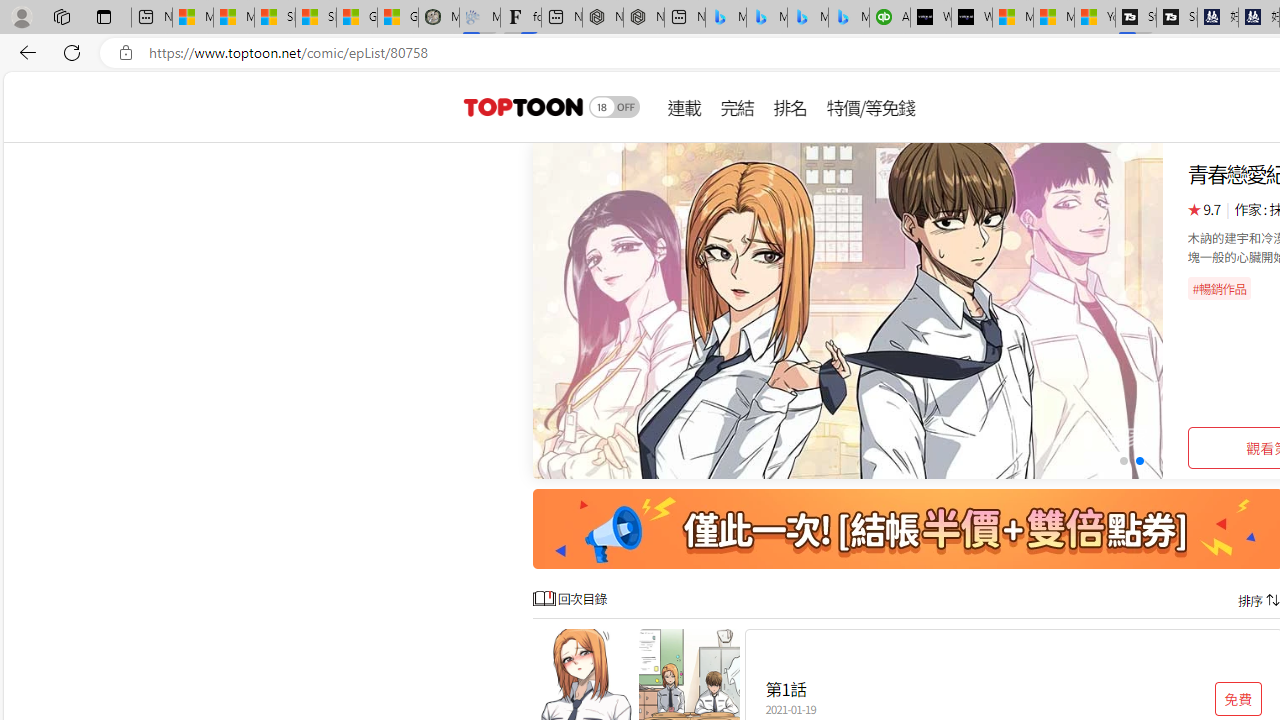 The image size is (1280, 720). I want to click on 'Gilma and Hector both pose tropical trouble for Hawaii', so click(398, 17).